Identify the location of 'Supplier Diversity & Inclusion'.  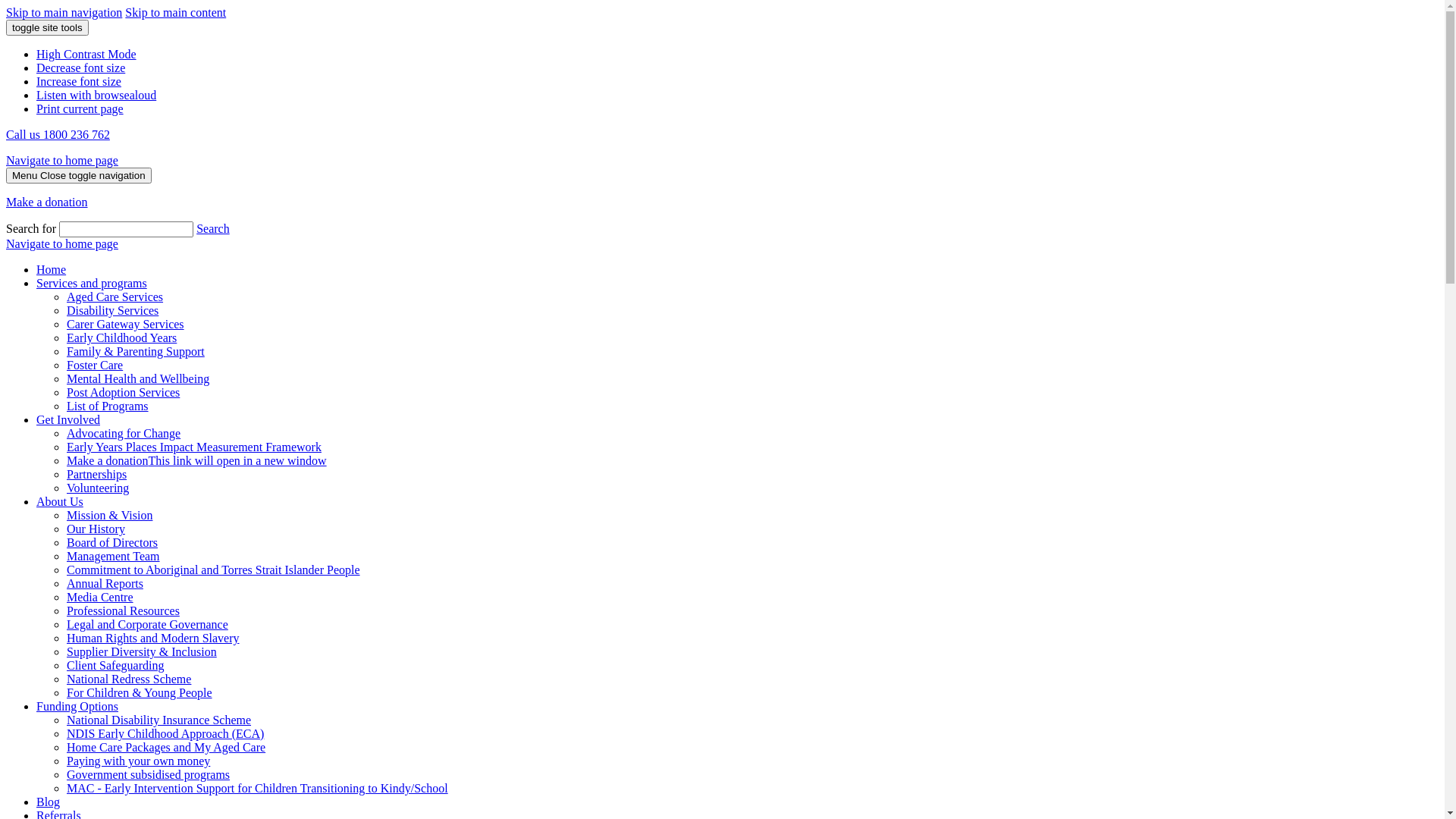
(142, 651).